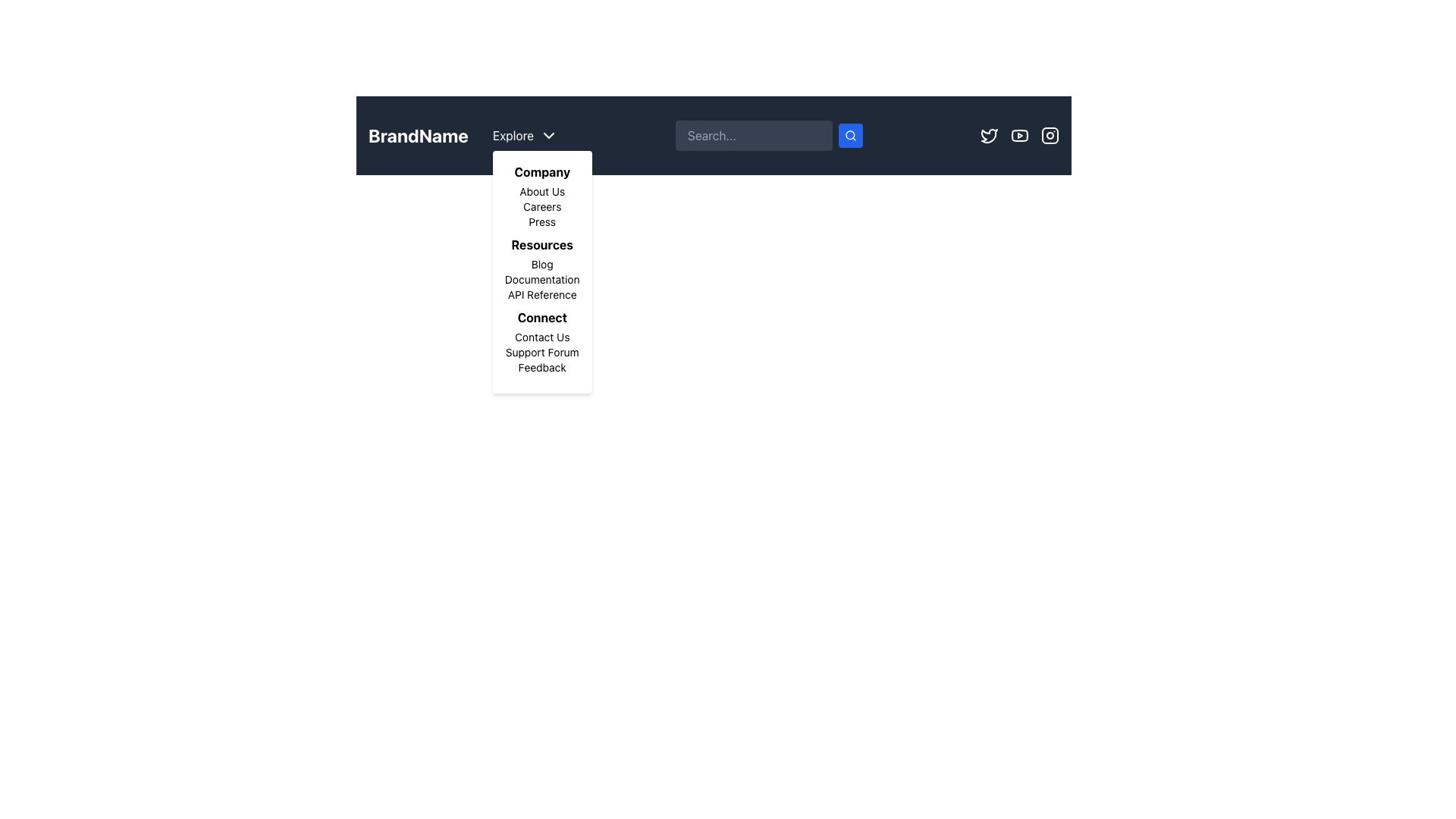 This screenshot has width=1456, height=819. I want to click on the Dropdown Menu located below the 'Explore' button in the navigation bar, which provides access to links such as 'About Us', 'Blog', and 'Contact Us', so click(542, 271).